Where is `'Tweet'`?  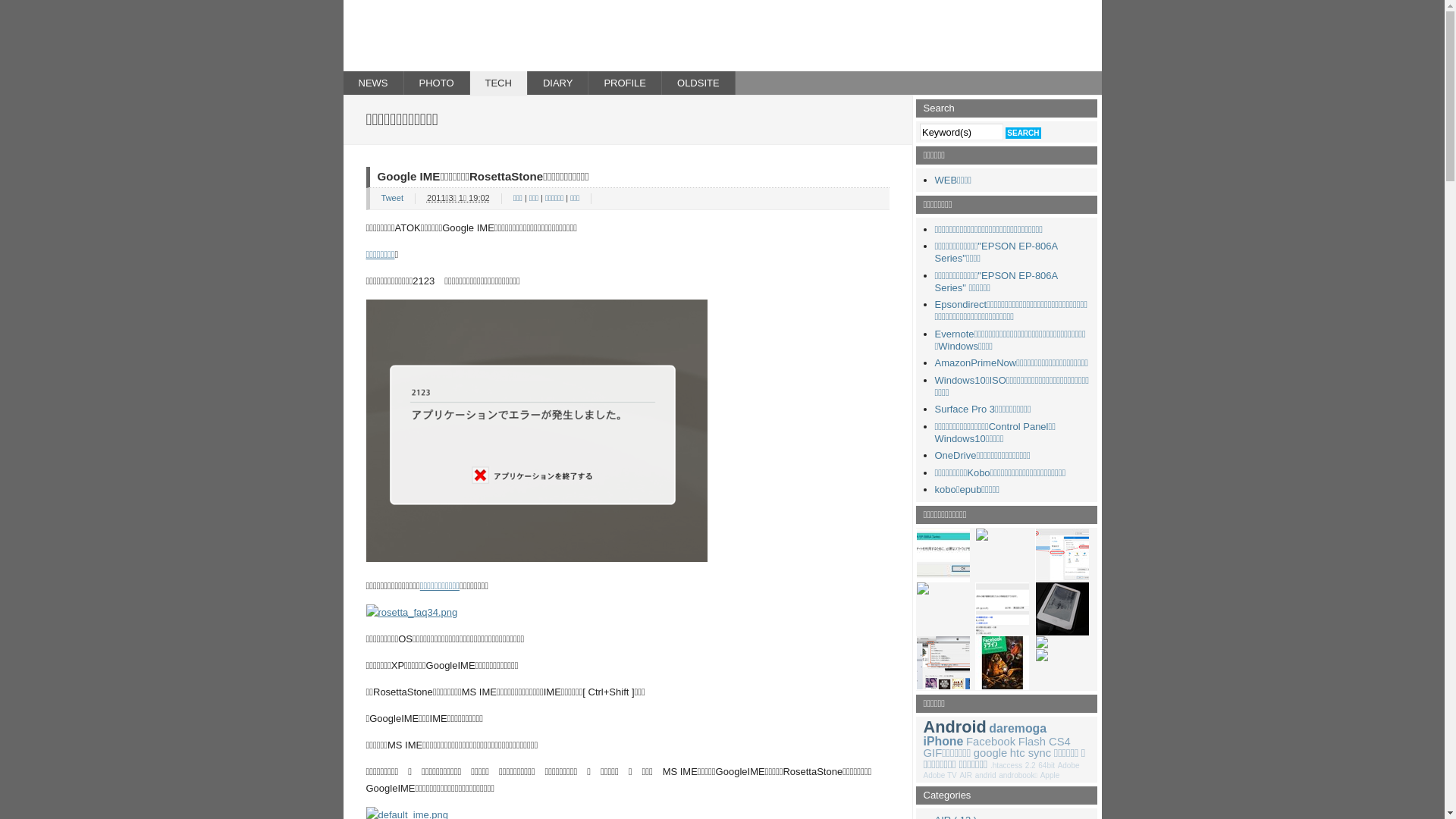
'Tweet' is located at coordinates (391, 197).